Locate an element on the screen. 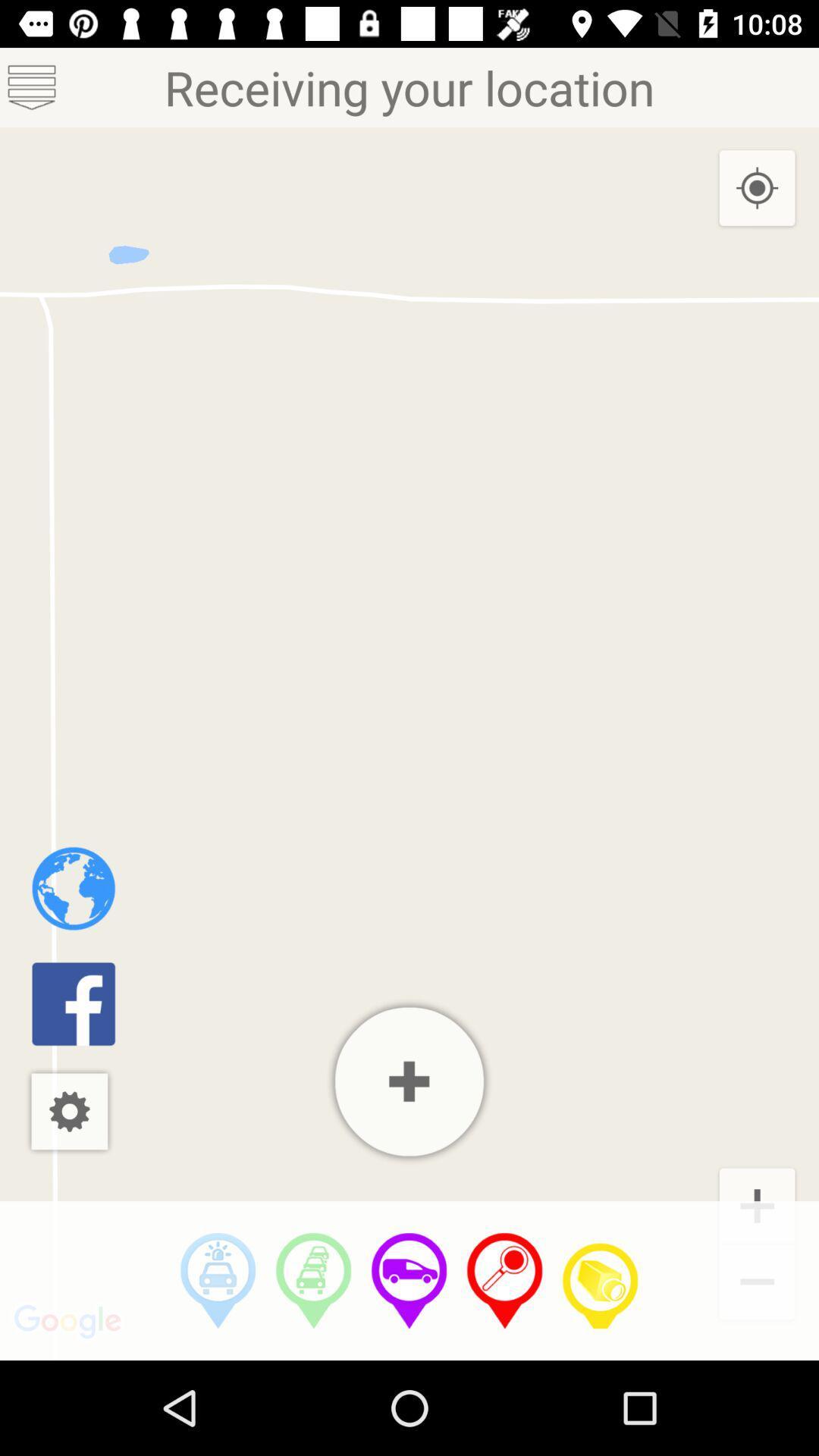  switch to drive mode is located at coordinates (409, 1280).